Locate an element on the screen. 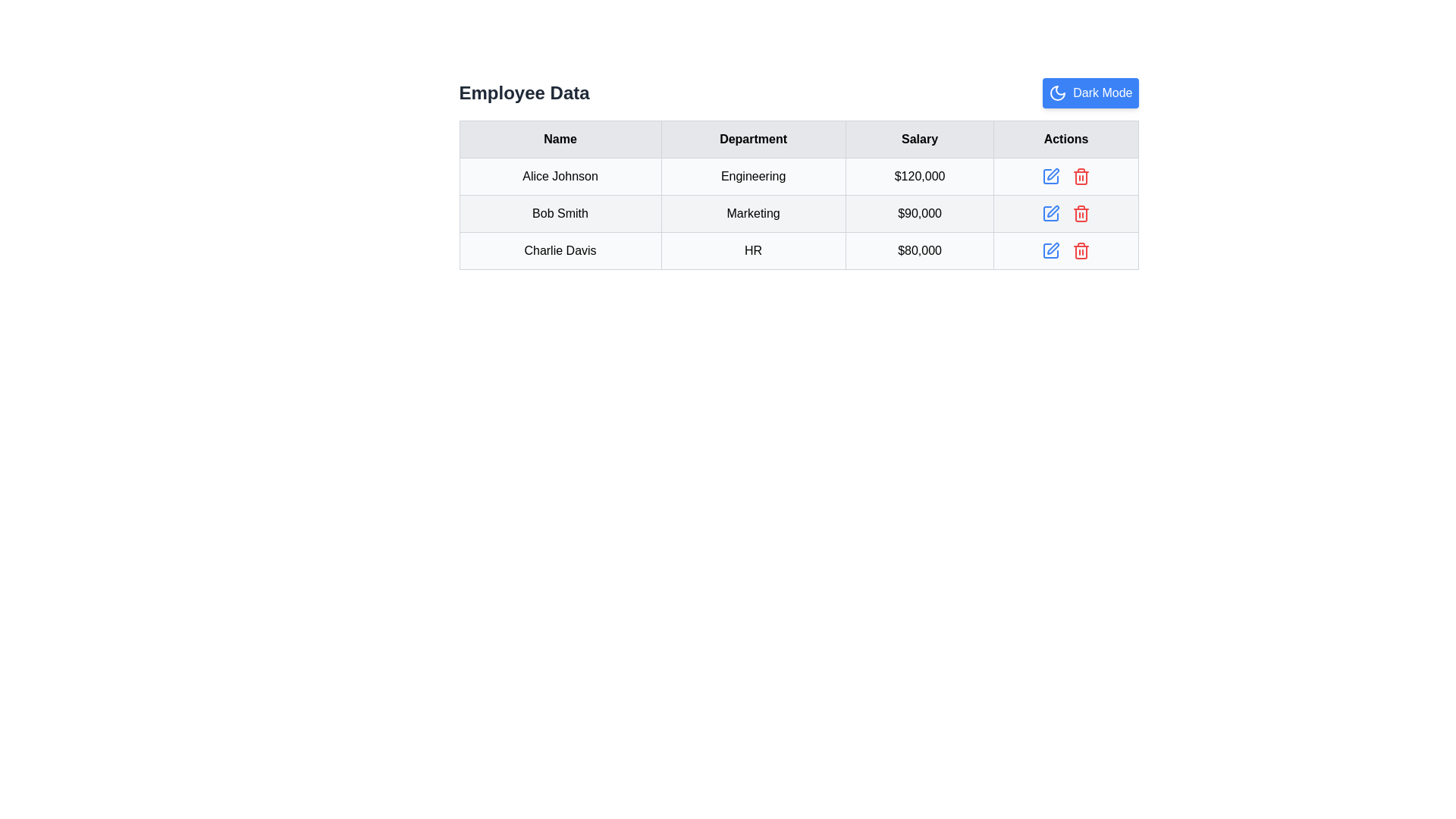 This screenshot has width=1456, height=819. the non-interactive text display showing the department 'HR' for employee 'Charlie Davis', located in the third row of the department column is located at coordinates (753, 250).